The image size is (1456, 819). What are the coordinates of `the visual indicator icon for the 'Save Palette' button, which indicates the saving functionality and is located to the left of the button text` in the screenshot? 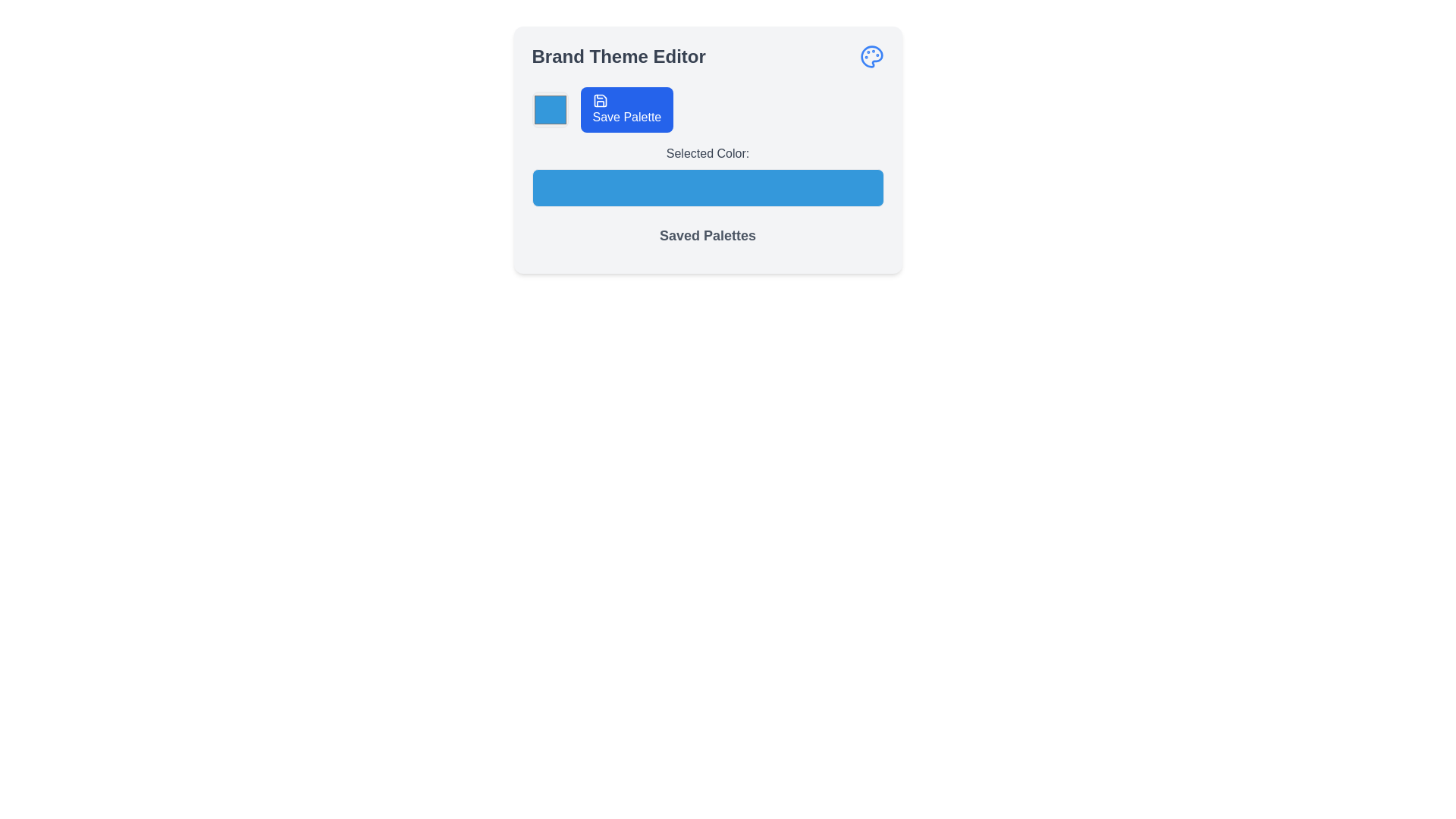 It's located at (599, 100).